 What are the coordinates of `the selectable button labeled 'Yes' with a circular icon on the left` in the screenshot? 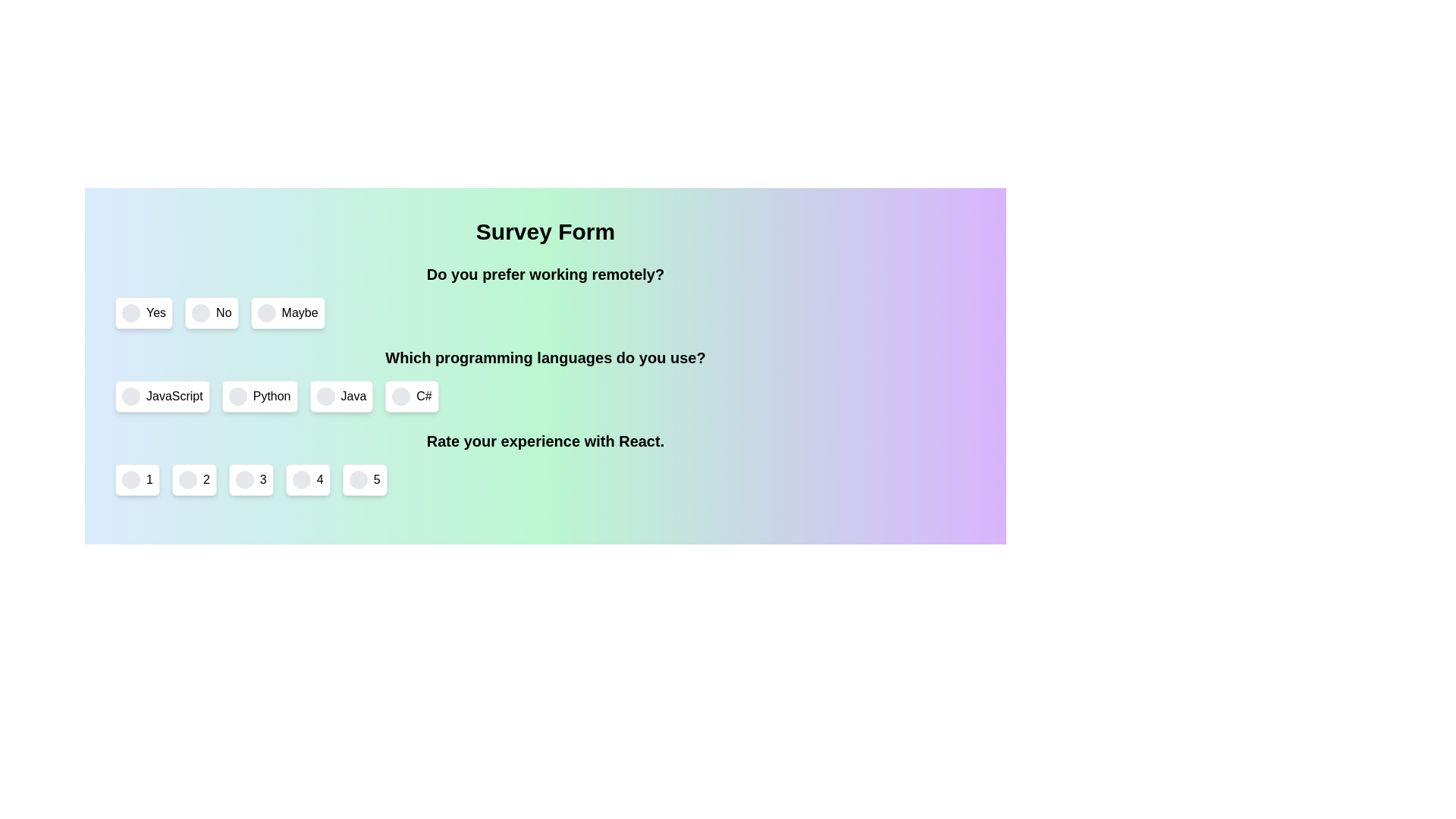 It's located at (144, 312).